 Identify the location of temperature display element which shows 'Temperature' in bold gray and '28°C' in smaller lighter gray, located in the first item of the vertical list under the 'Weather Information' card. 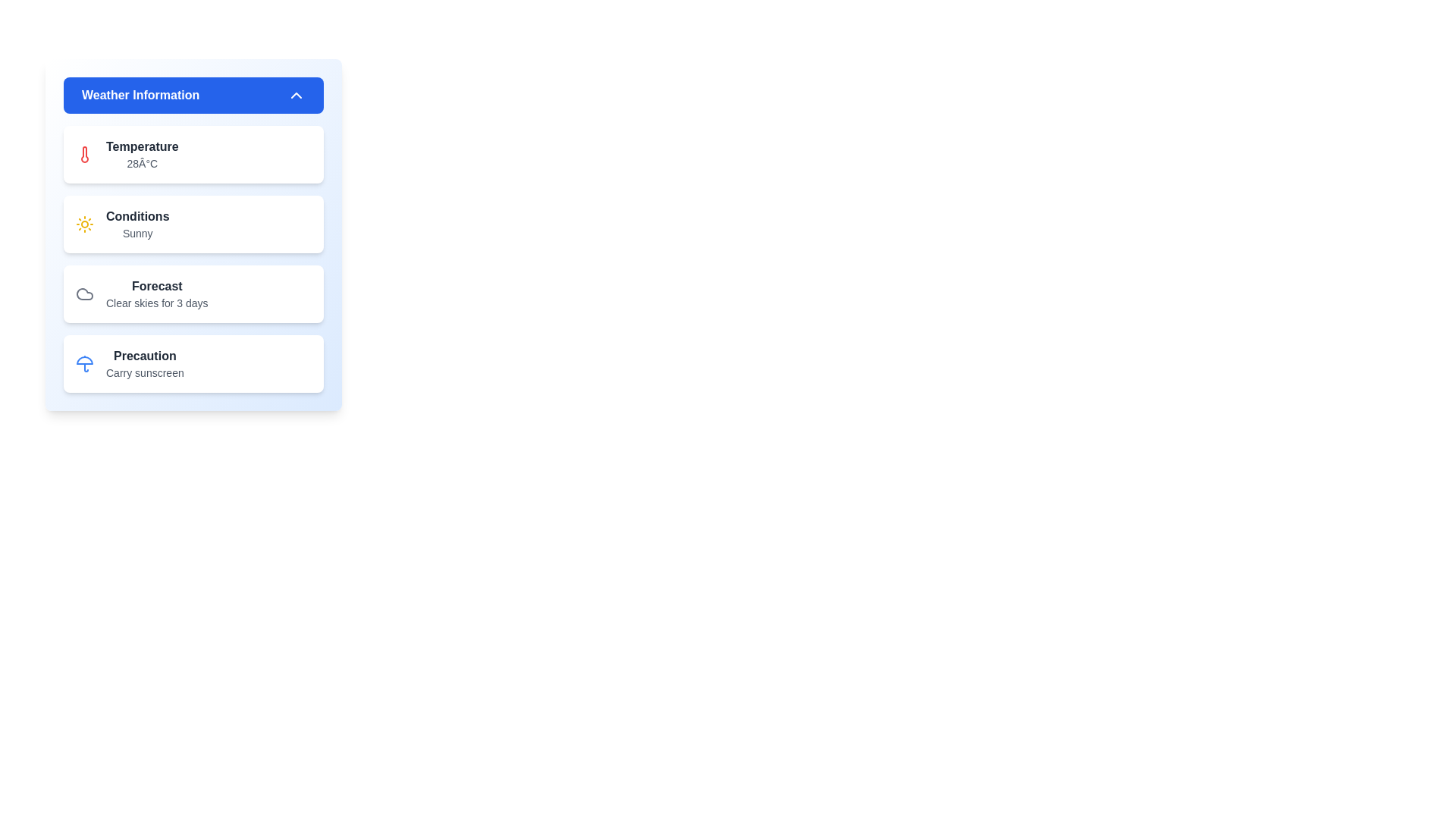
(142, 155).